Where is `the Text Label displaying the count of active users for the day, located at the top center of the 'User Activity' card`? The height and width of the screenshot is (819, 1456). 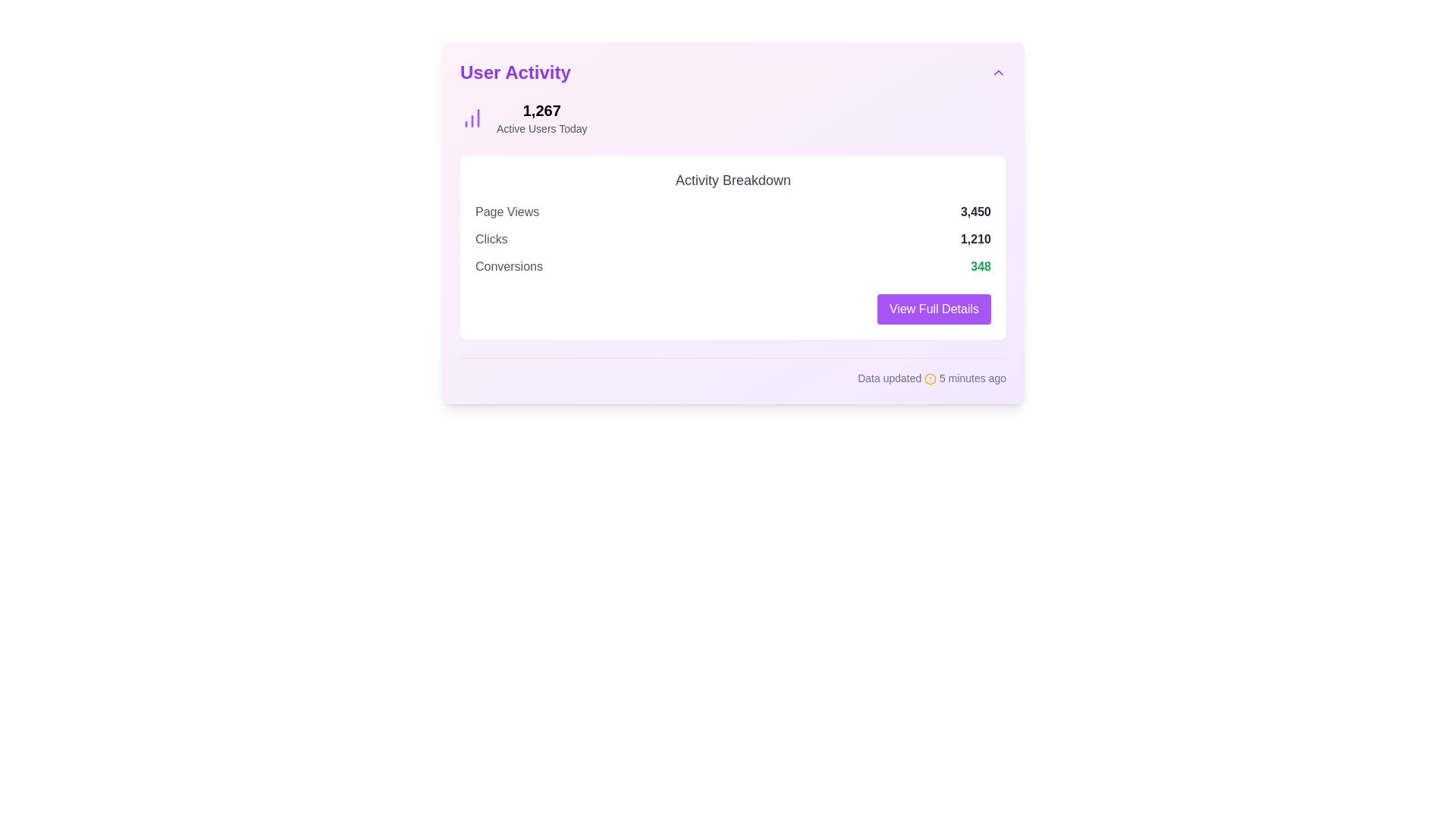 the Text Label displaying the count of active users for the day, located at the top center of the 'User Activity' card is located at coordinates (541, 110).